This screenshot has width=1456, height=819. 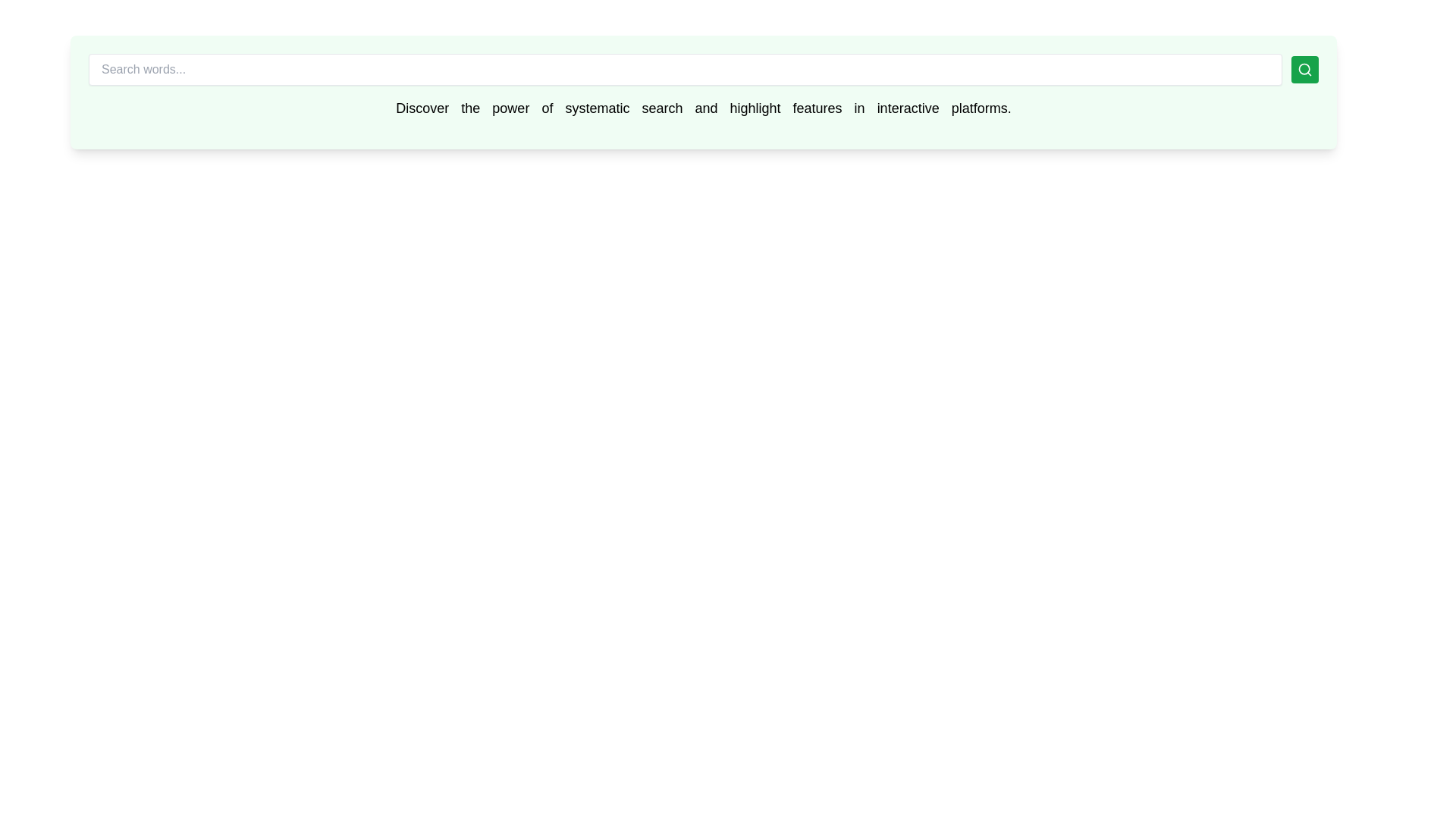 I want to click on the fifth text block in the horizontally aligned sentence, so click(x=596, y=107).